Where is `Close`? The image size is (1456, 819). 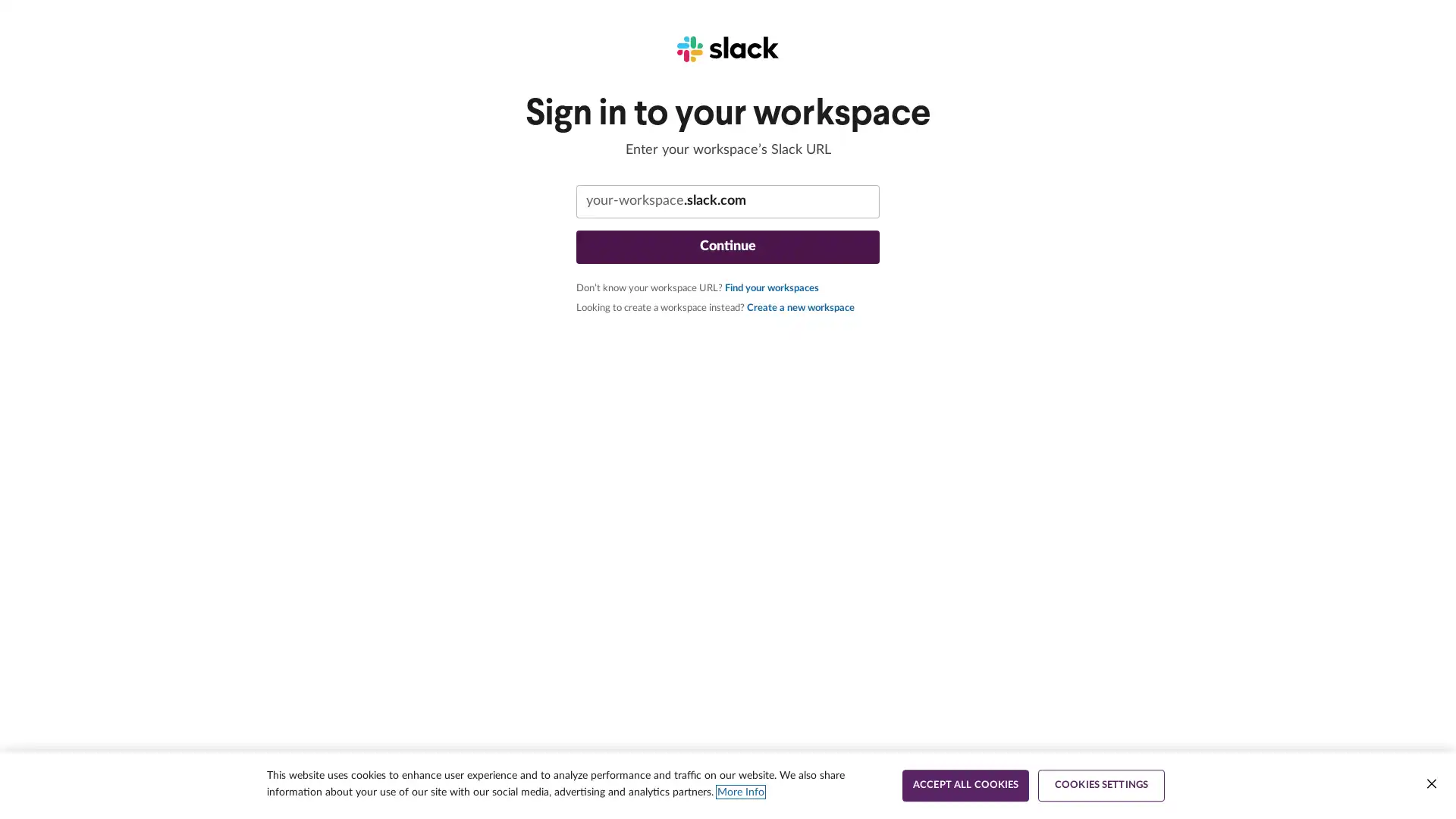
Close is located at coordinates (1430, 783).